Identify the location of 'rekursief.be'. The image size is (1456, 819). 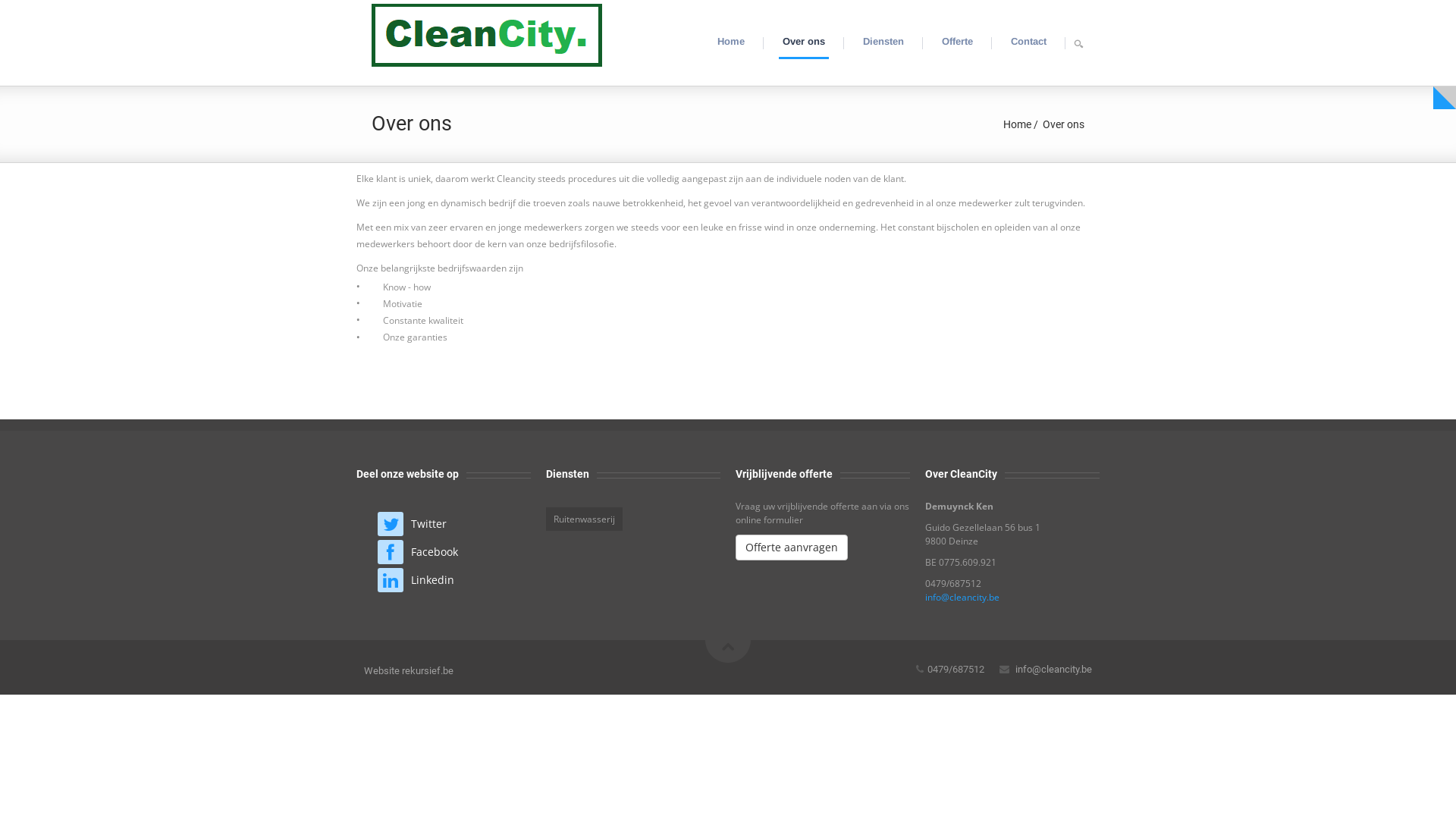
(427, 670).